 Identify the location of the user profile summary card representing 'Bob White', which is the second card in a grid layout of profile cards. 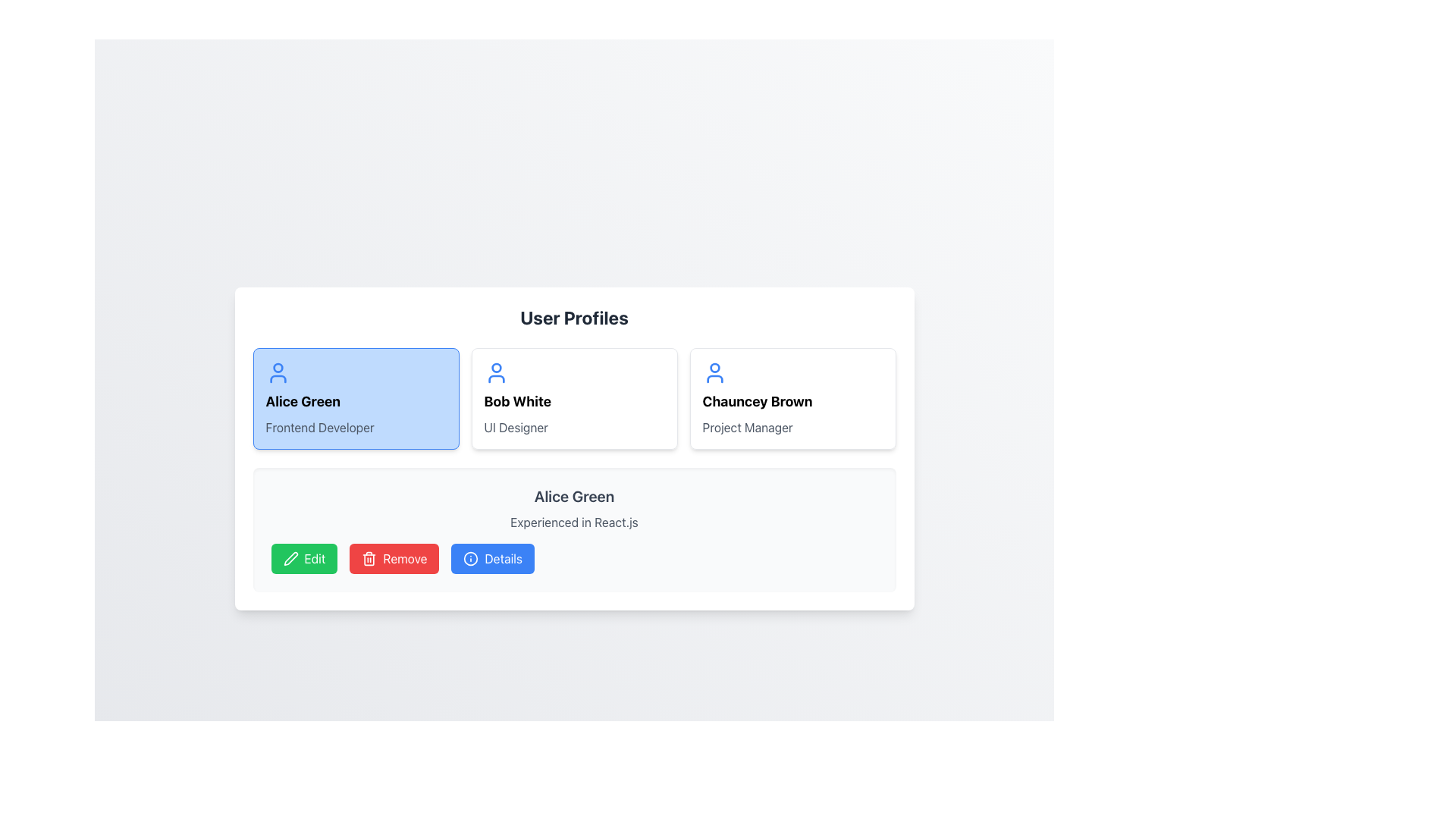
(573, 397).